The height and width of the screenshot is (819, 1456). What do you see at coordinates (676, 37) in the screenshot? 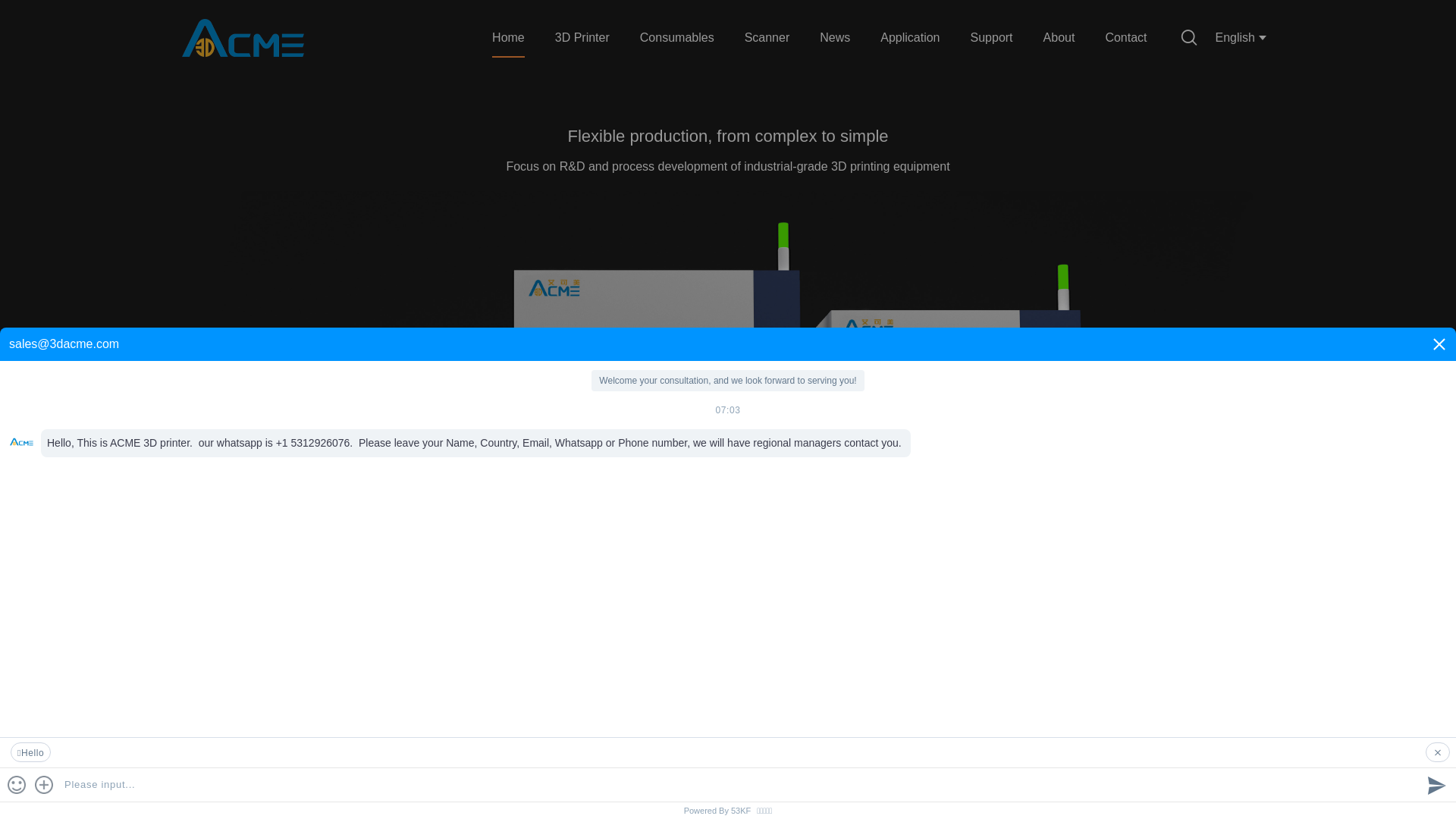
I see `'Consumables'` at bounding box center [676, 37].